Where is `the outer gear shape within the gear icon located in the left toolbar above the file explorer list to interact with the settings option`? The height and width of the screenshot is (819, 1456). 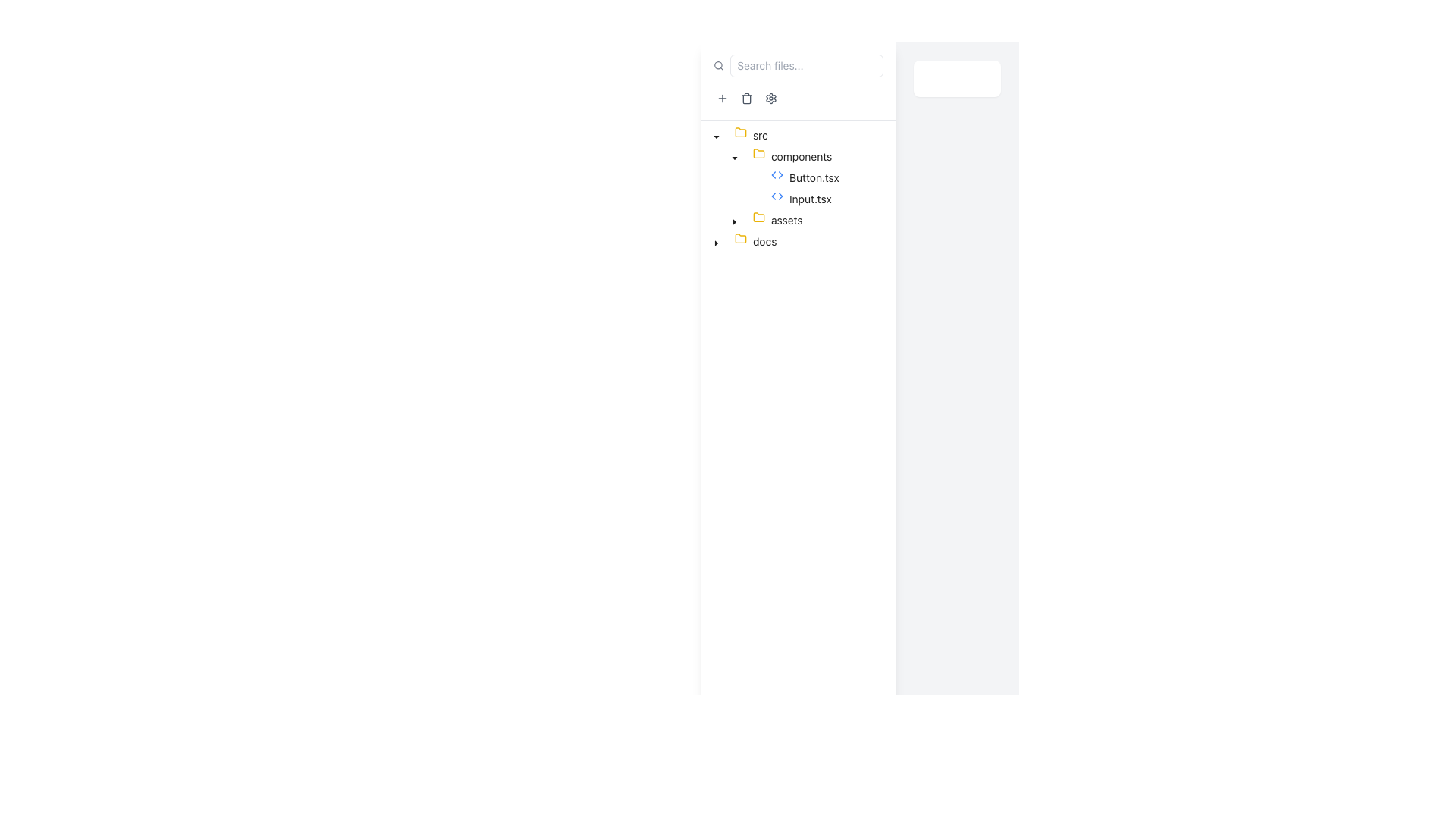
the outer gear shape within the gear icon located in the left toolbar above the file explorer list to interact with the settings option is located at coordinates (771, 99).